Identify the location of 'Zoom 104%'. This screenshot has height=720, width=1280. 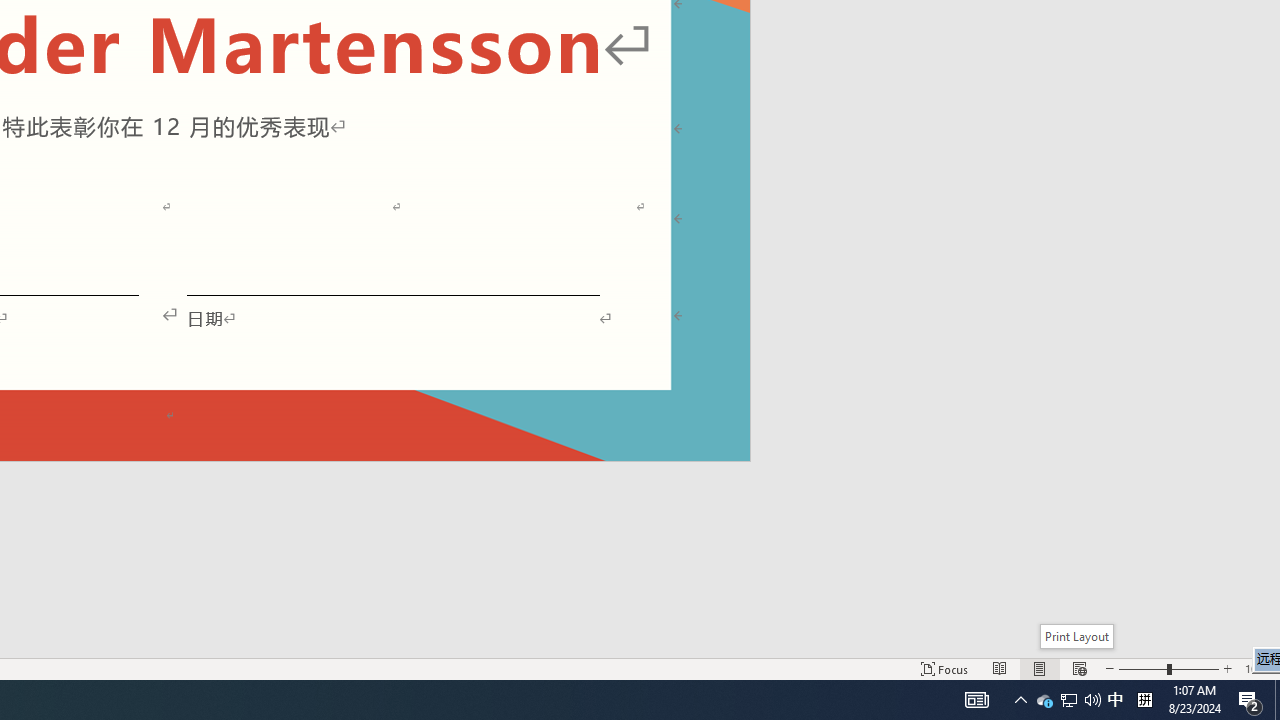
(1257, 669).